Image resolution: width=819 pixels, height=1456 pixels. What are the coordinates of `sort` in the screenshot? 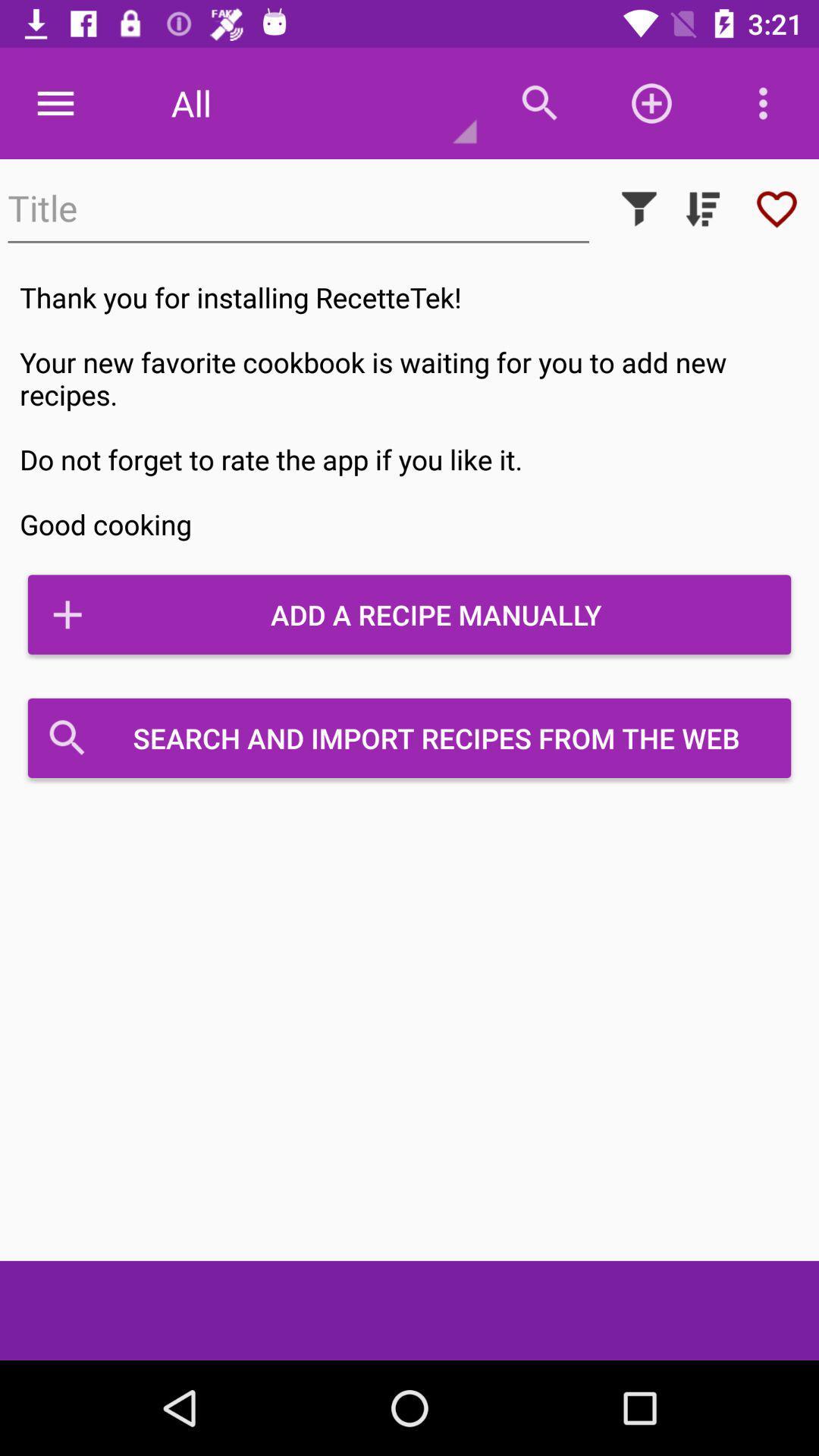 It's located at (702, 208).